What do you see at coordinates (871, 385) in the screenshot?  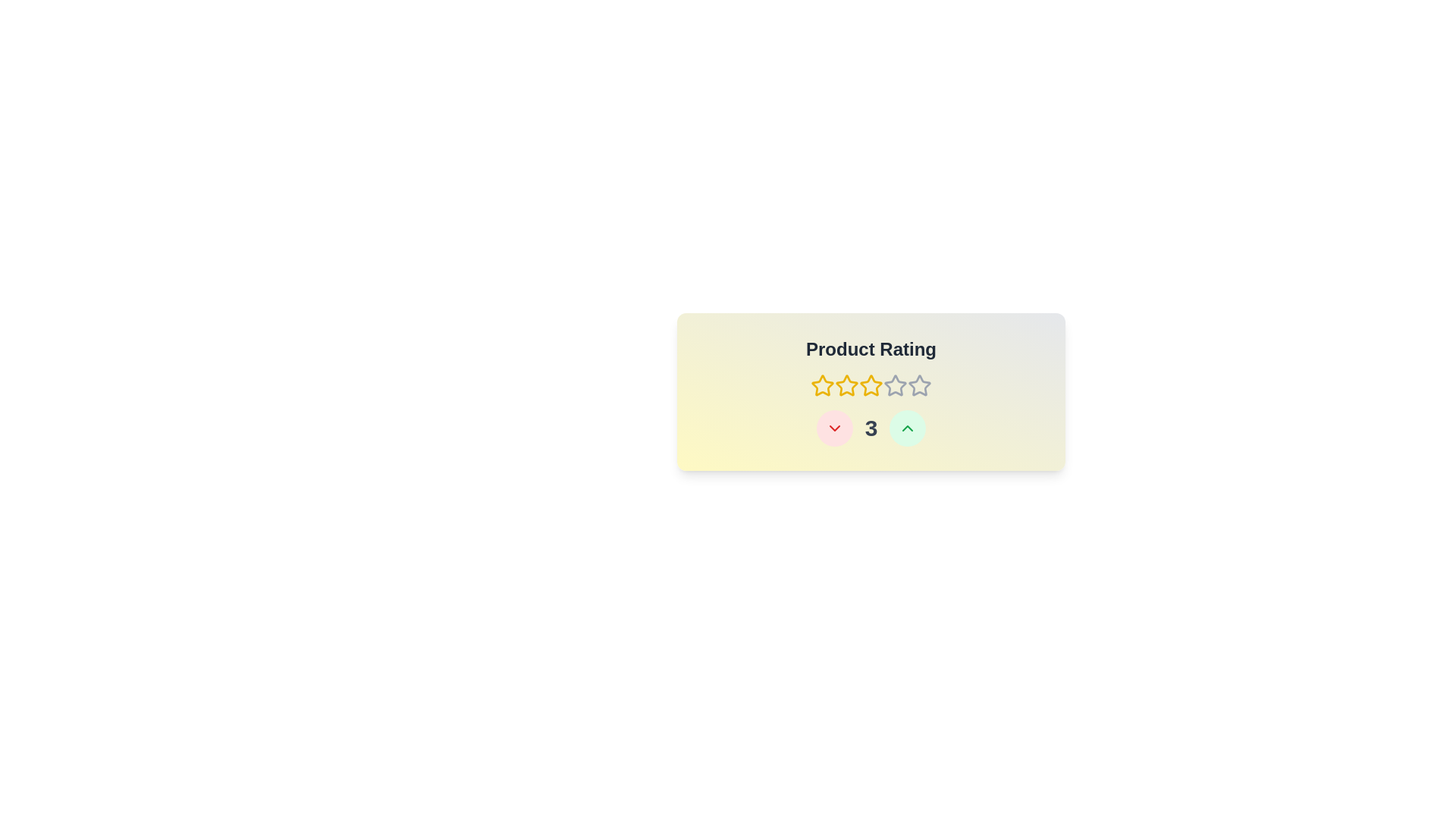 I see `the third star icon in the product rating section, which is visually represented as part of a horizontal arrangement of five stars below the title 'Product Rating'` at bounding box center [871, 385].